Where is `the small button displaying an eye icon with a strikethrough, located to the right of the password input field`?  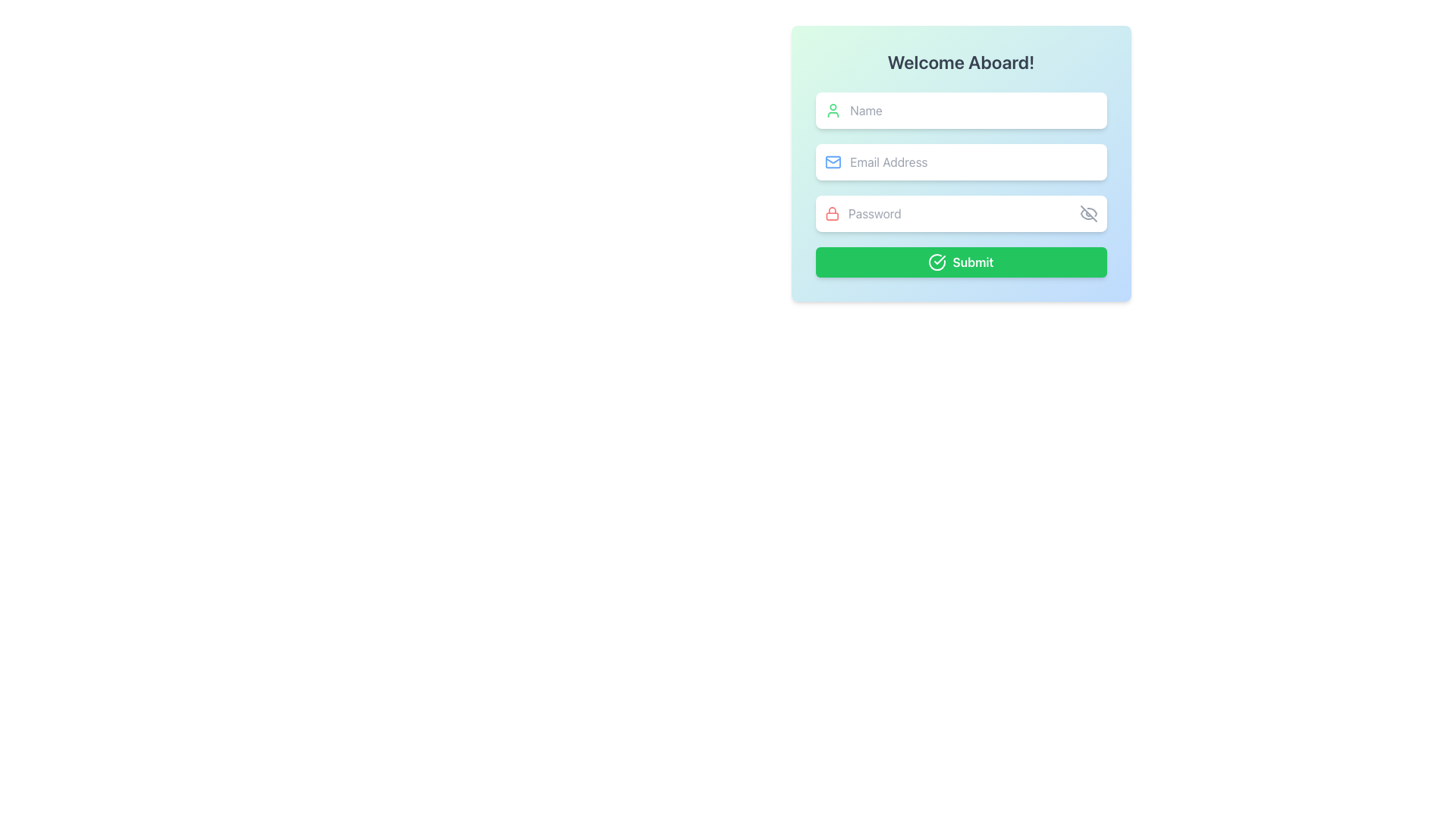 the small button displaying an eye icon with a strikethrough, located to the right of the password input field is located at coordinates (1087, 213).